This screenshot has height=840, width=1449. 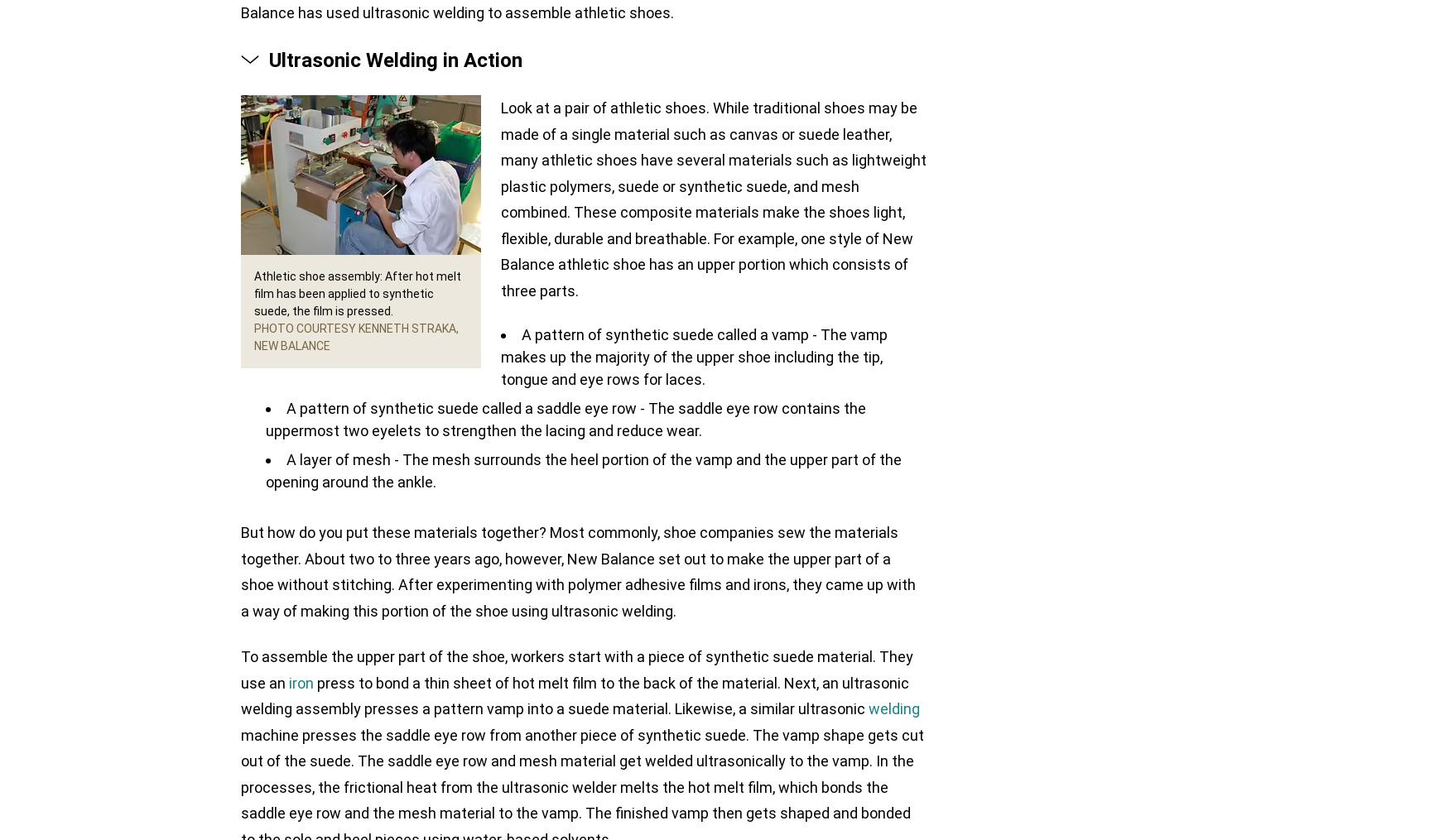 What do you see at coordinates (577, 669) in the screenshot?
I see `'To assemble the upper part of the shoe, workers start with a piece of synthetic suede material. They use an'` at bounding box center [577, 669].